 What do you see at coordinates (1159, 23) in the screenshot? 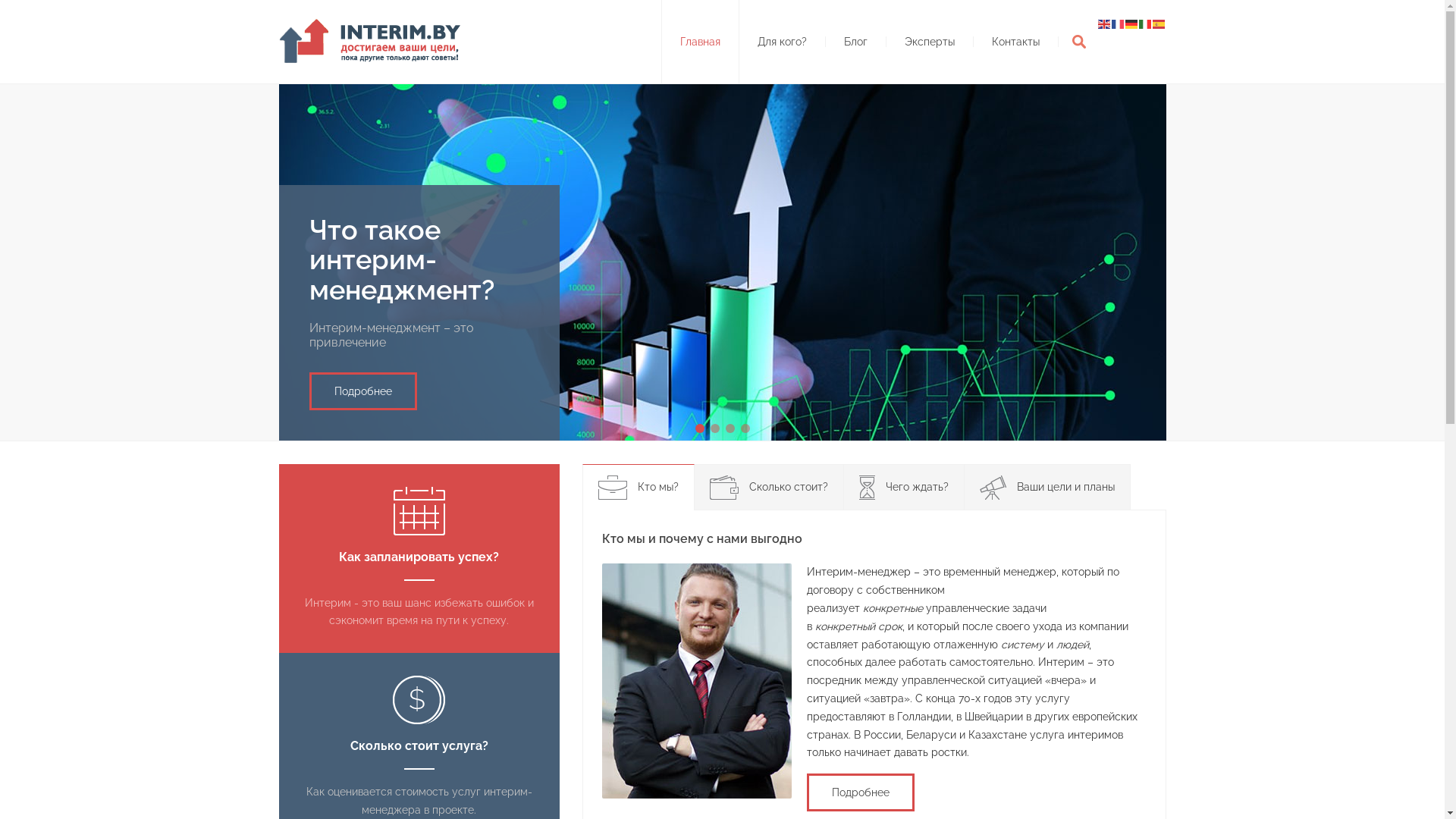
I see `'Spanish'` at bounding box center [1159, 23].